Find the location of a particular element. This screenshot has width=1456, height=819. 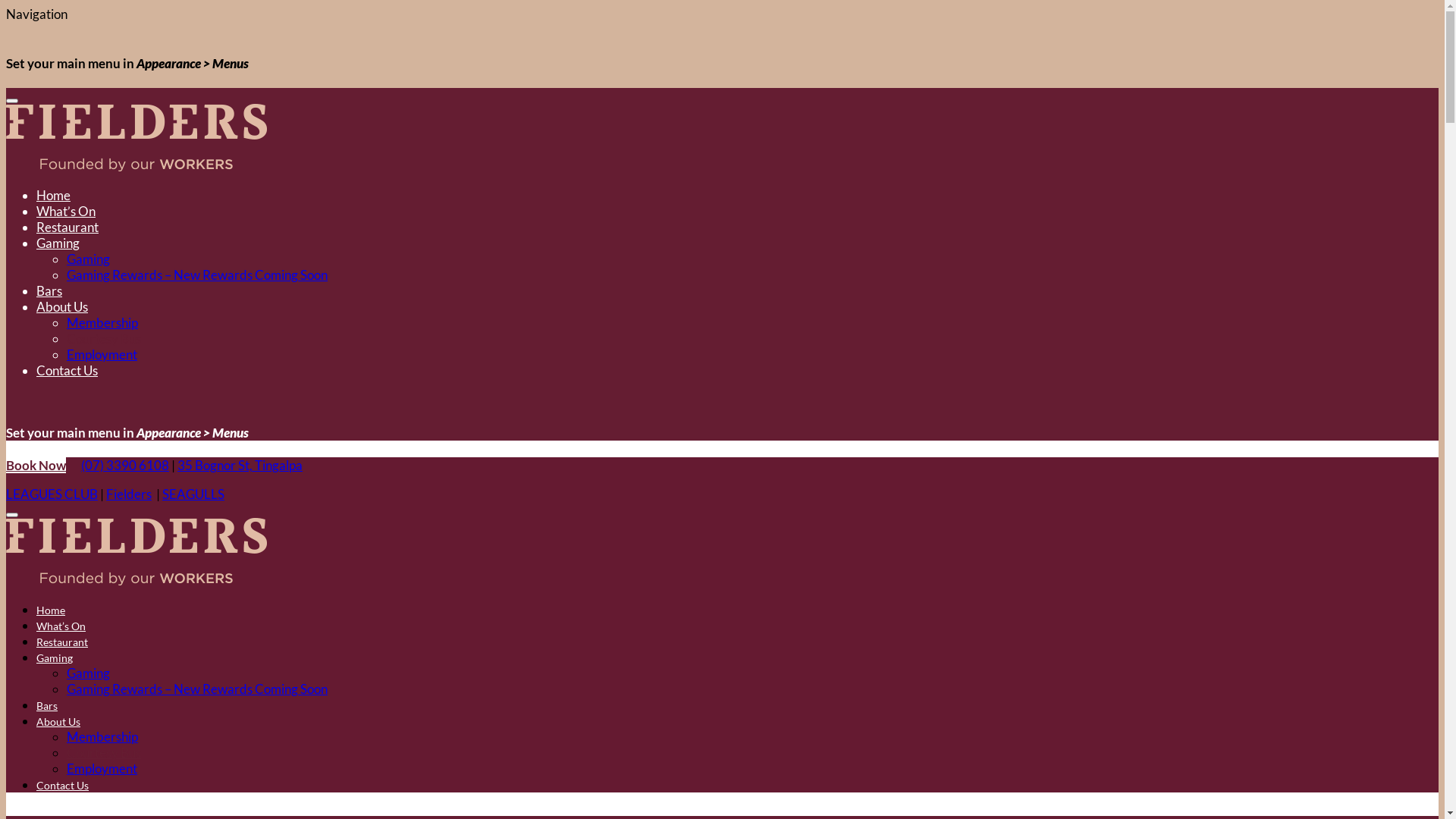

'Gaming' is located at coordinates (87, 258).